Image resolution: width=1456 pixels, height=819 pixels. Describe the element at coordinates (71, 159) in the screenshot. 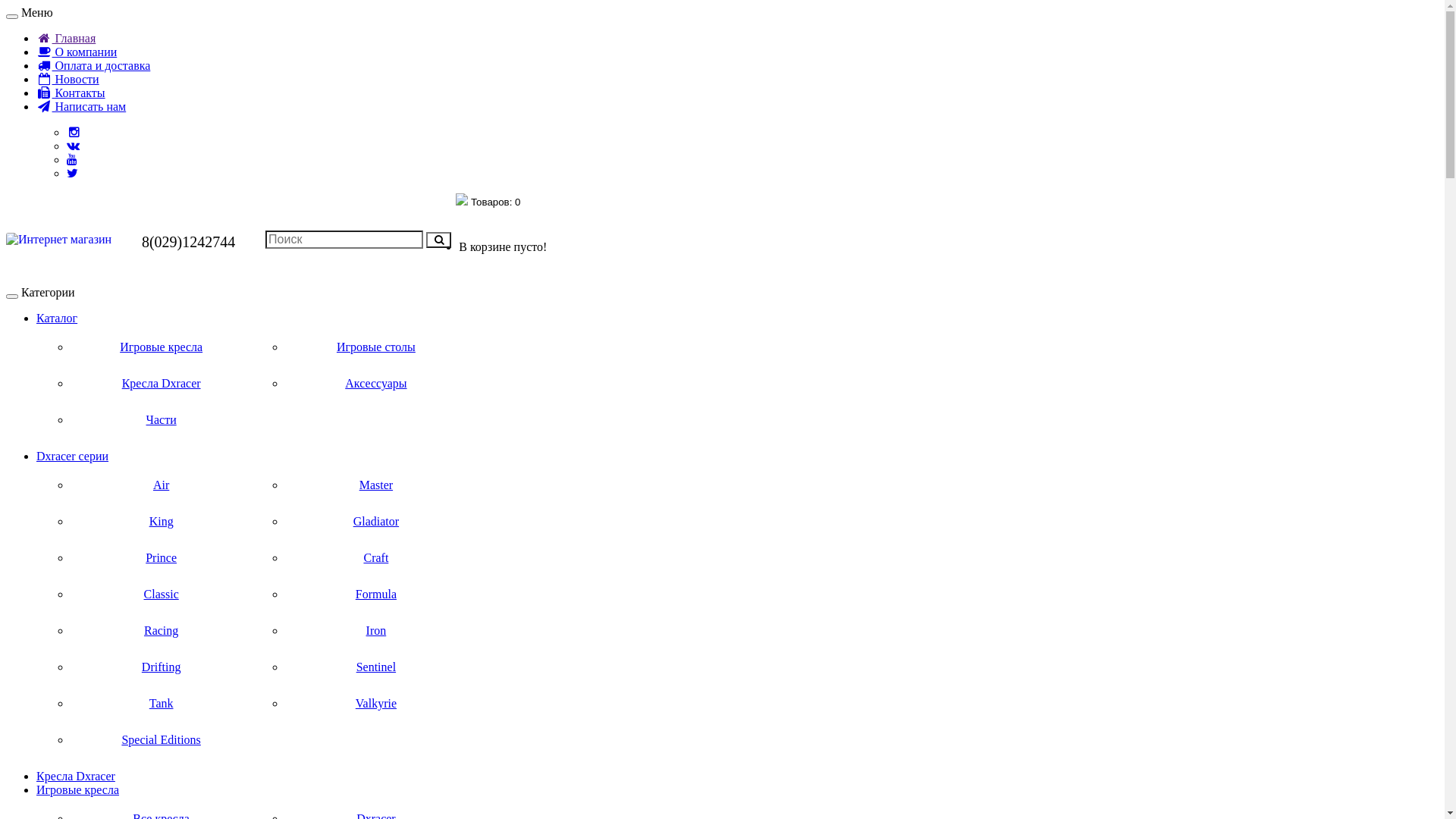

I see `' - youtube'` at that location.